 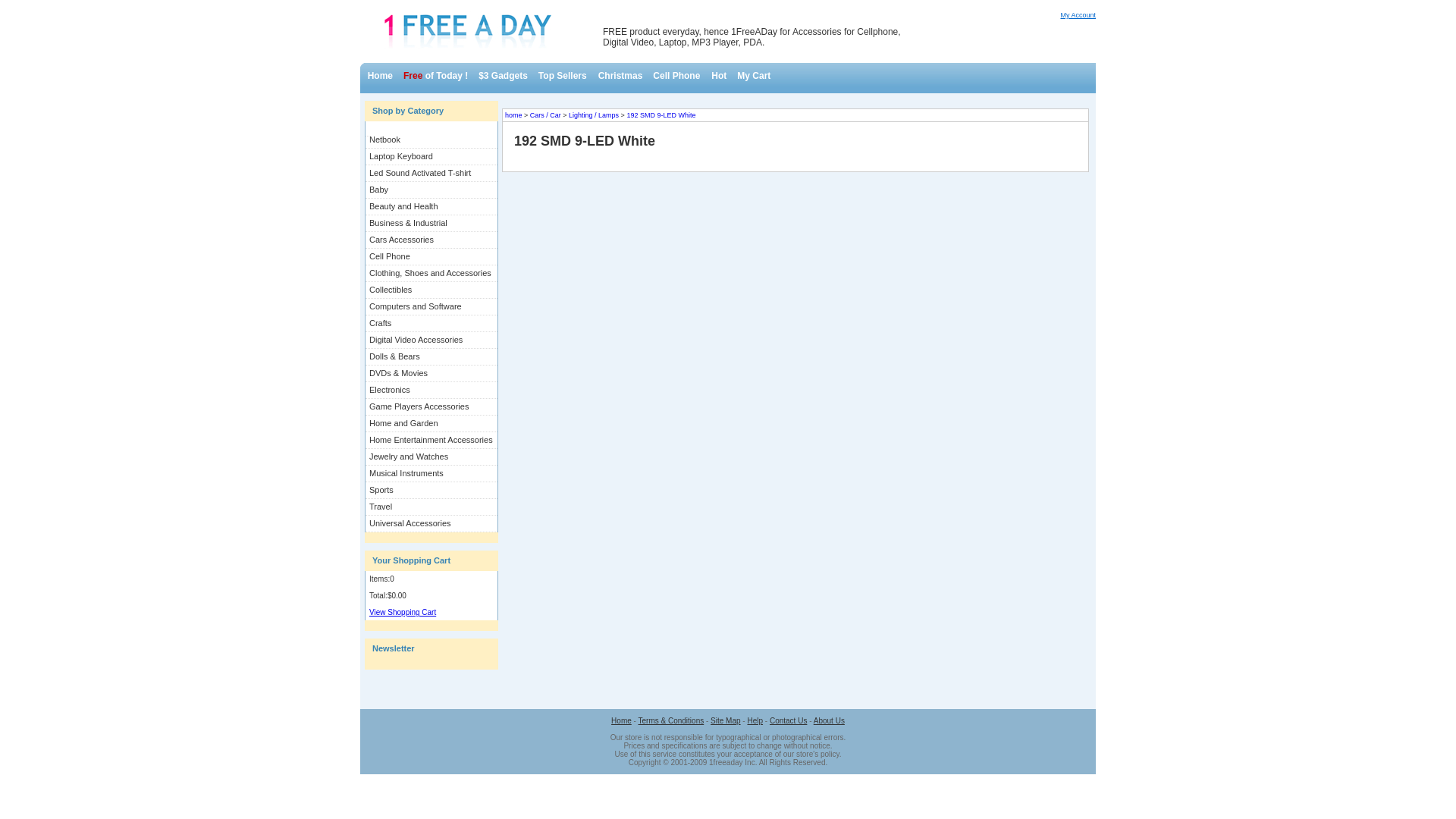 I want to click on 'Led Sound Activated T-shirt', so click(x=369, y=171).